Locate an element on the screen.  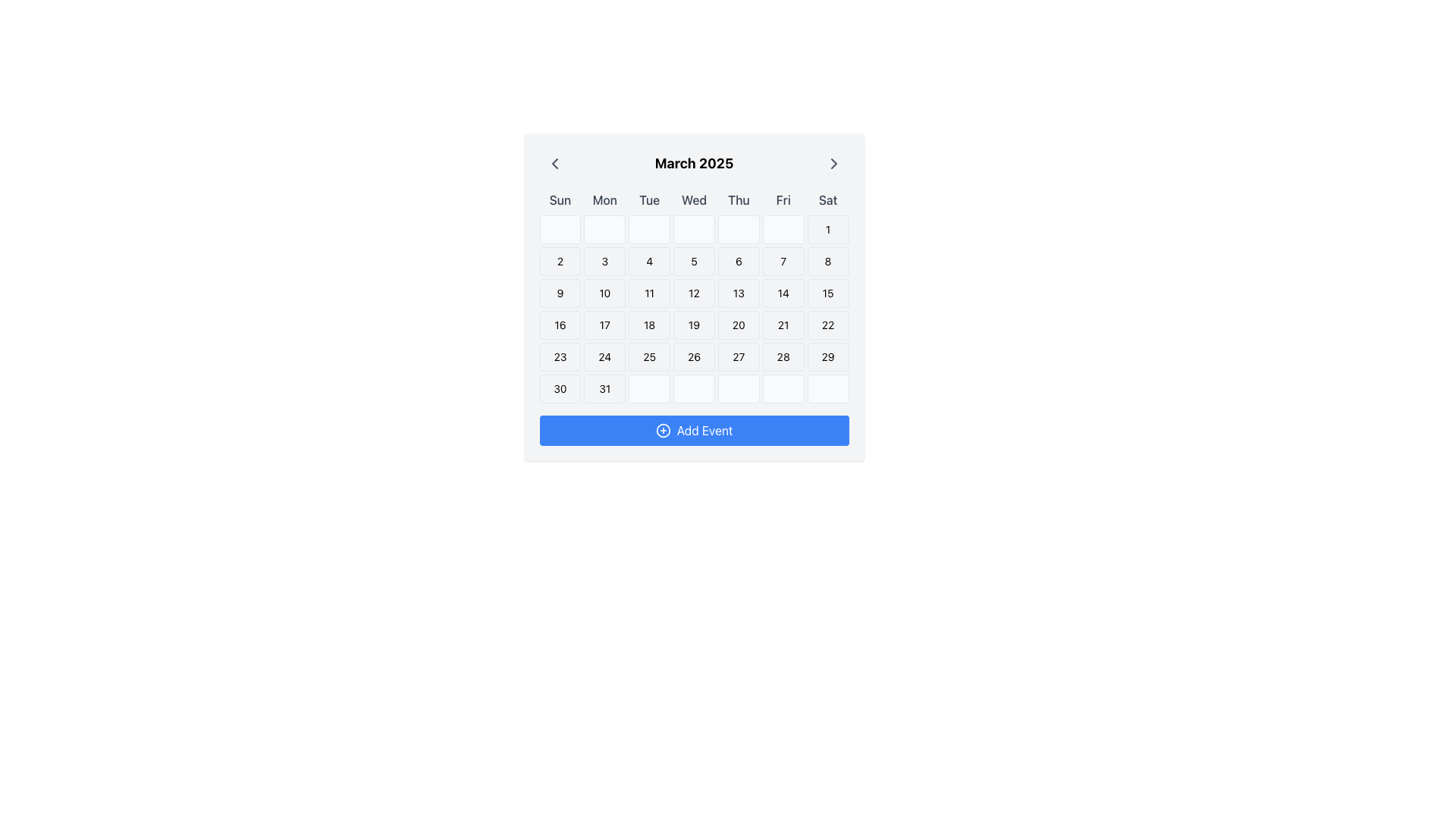
the fourth cell in the seventh row of the calendar grid for March 2025, which serves as a placeholder and is located to the right of the cell labeled 24 is located at coordinates (649, 388).